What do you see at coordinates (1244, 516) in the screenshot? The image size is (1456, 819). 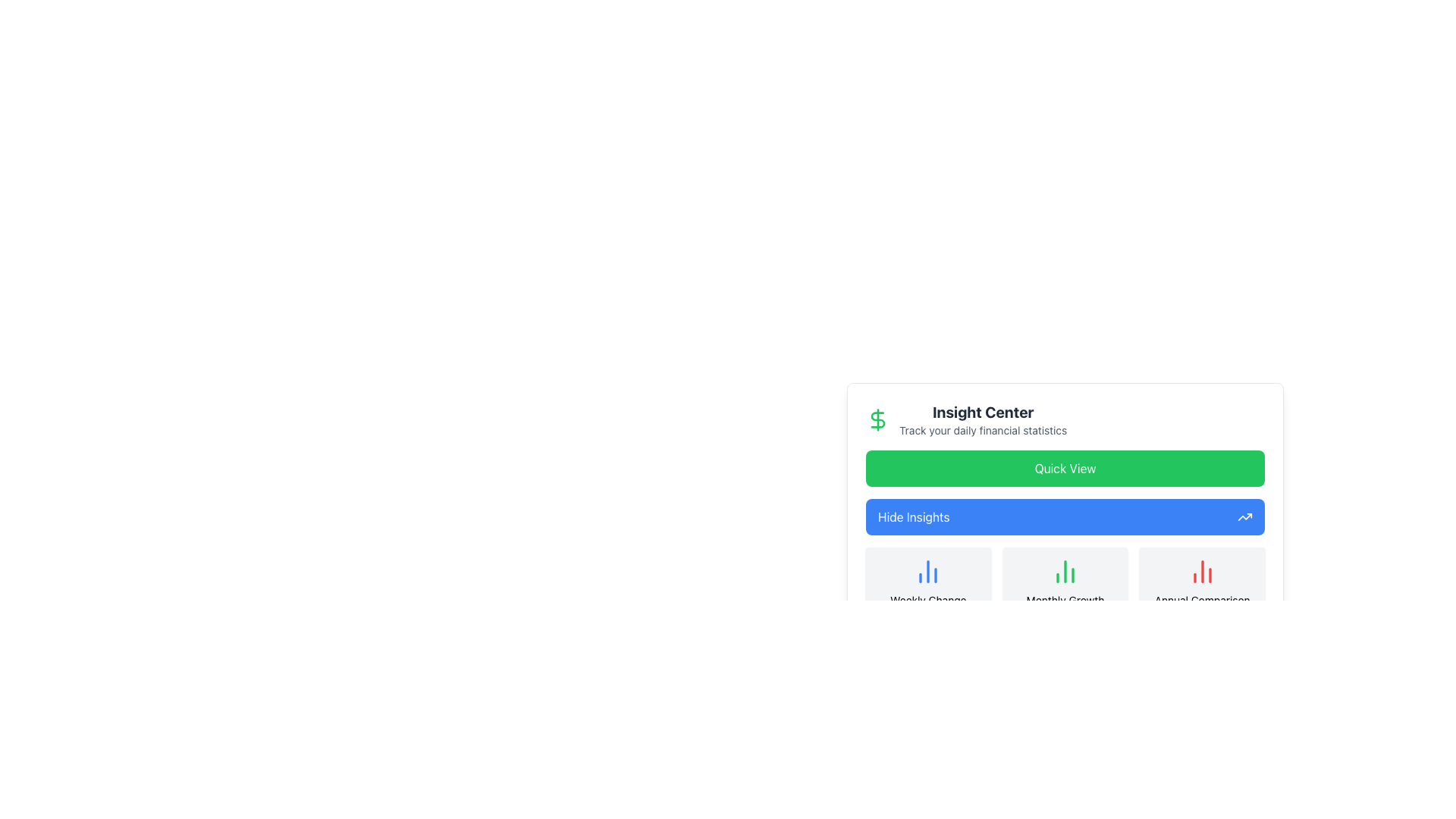 I see `the icon located on the far right side of the 'Hide Insights' button` at bounding box center [1244, 516].